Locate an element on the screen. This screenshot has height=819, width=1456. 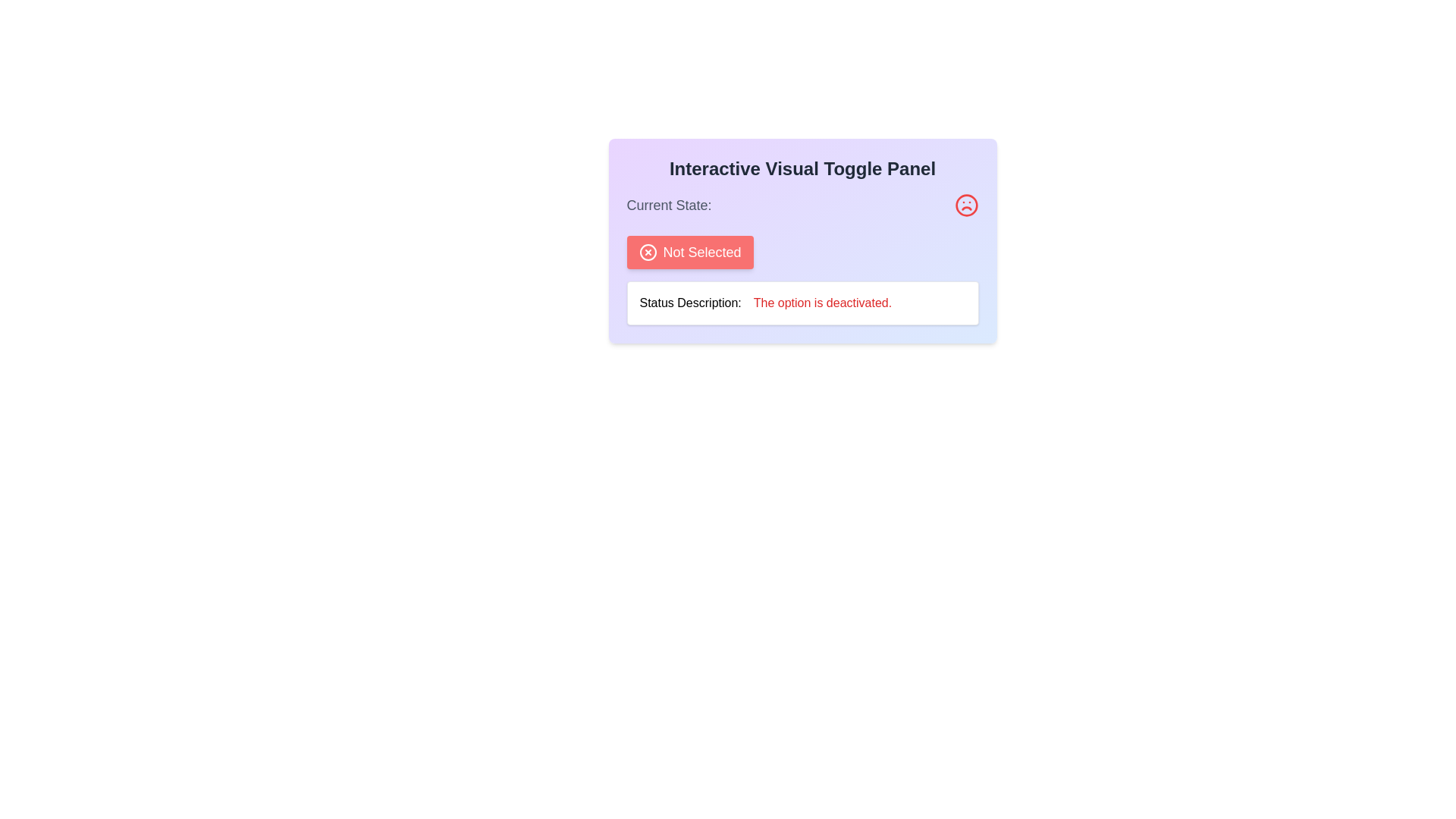
the 'Not Selected' button in the status panel is located at coordinates (802, 240).